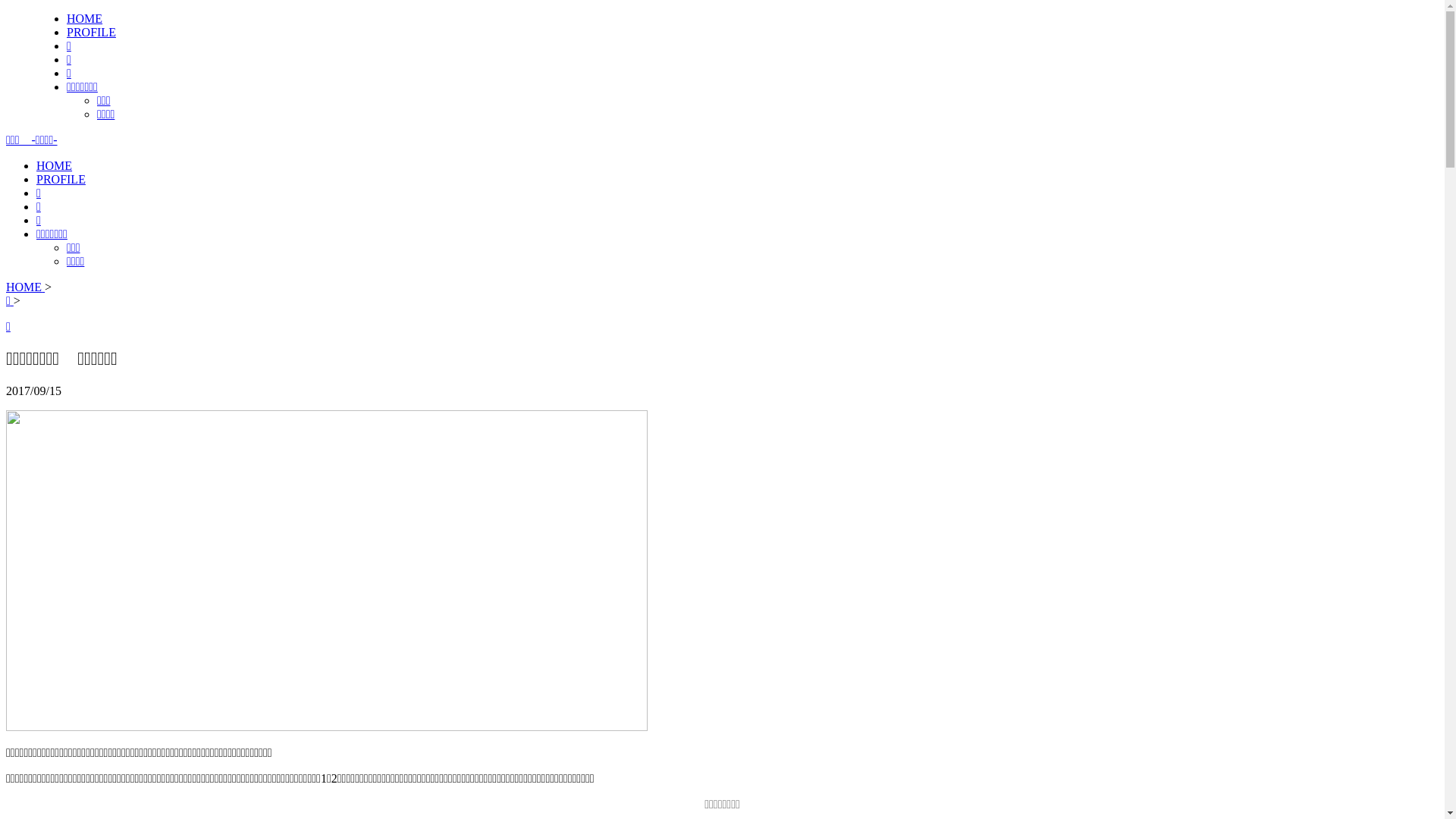 The width and height of the screenshot is (1456, 819). Describe the element at coordinates (61, 178) in the screenshot. I see `'PROFILE'` at that location.